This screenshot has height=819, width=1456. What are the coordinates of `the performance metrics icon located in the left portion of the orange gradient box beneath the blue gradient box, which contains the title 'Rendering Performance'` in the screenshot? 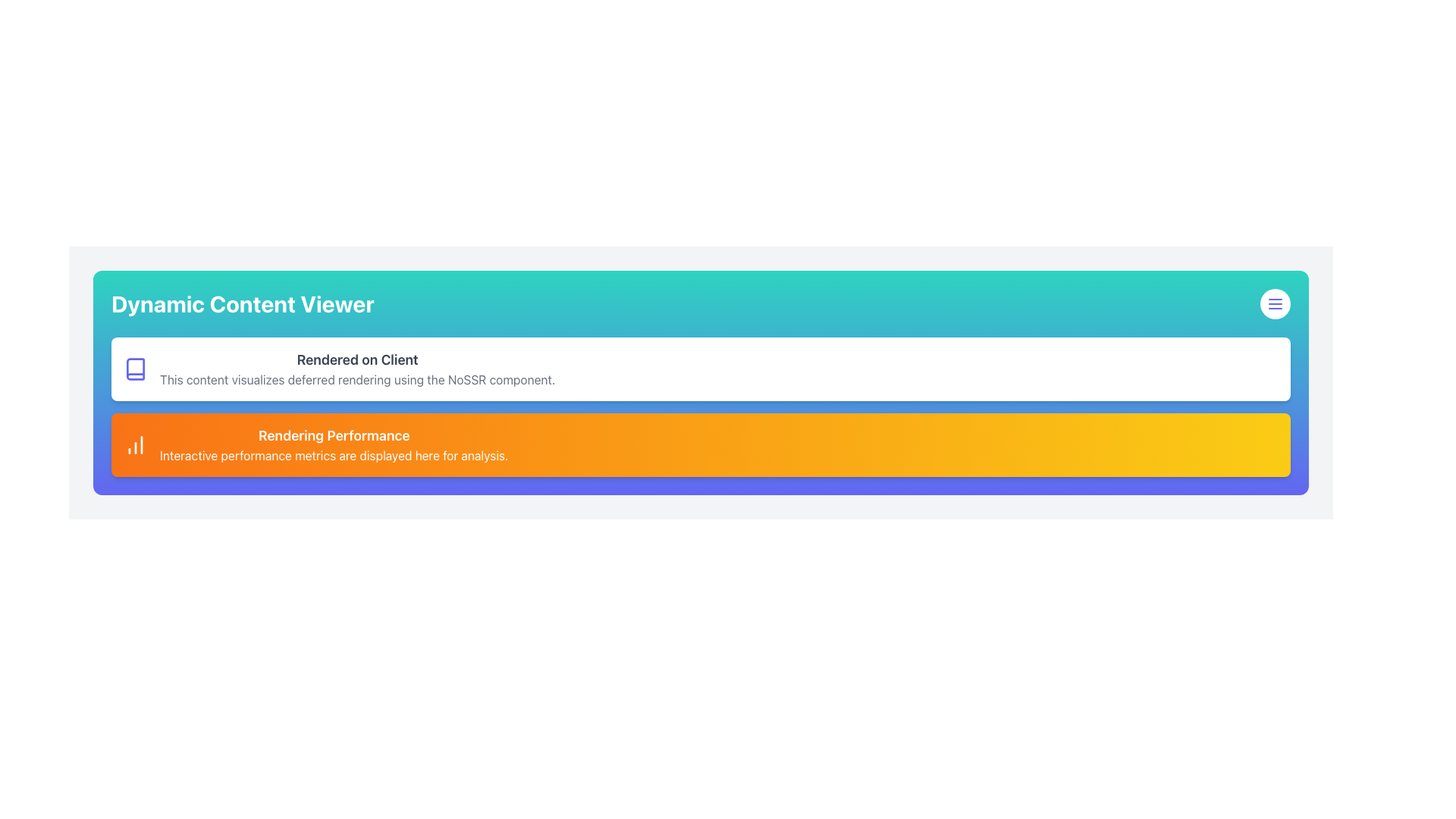 It's located at (135, 444).